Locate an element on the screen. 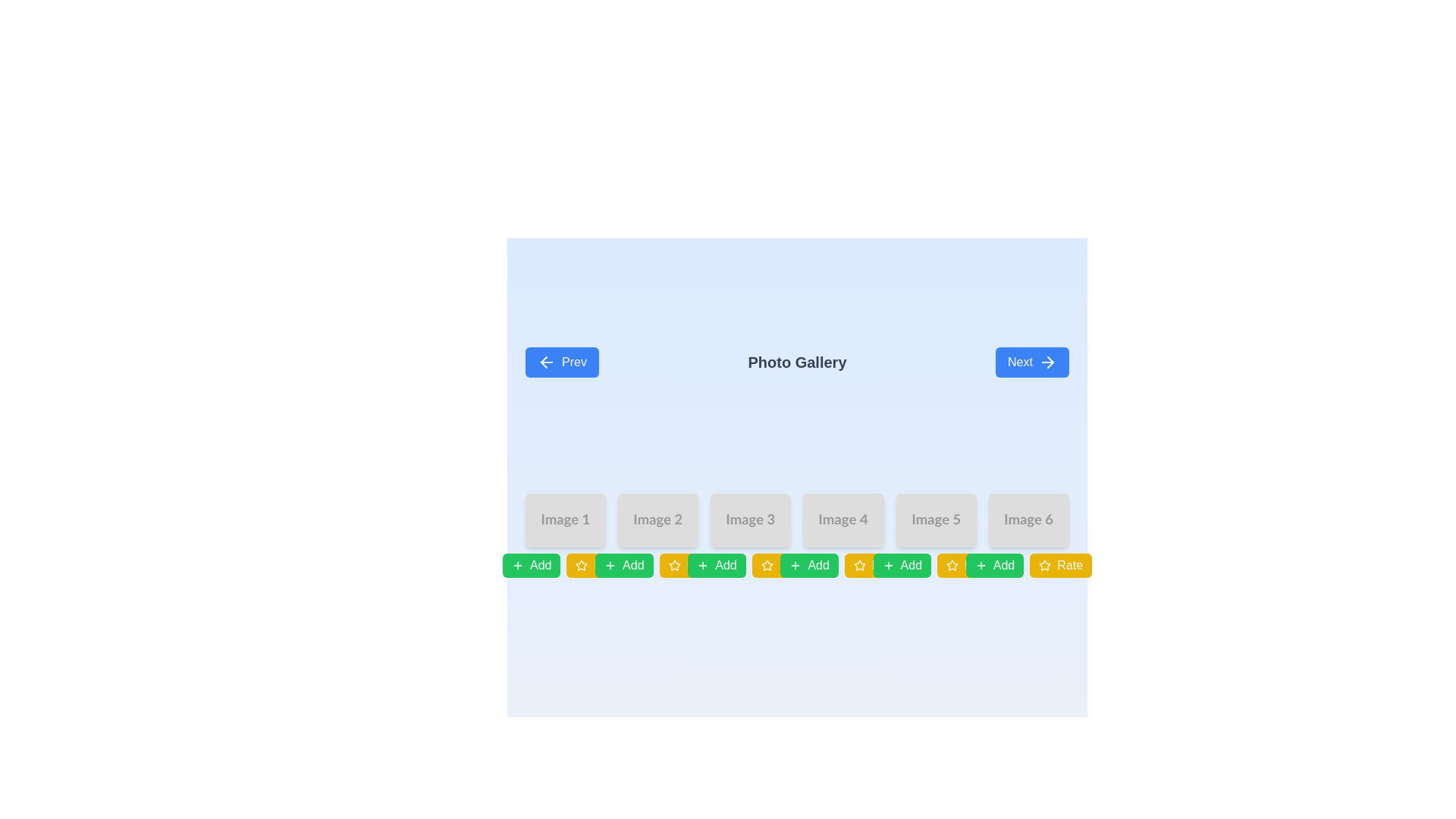 The width and height of the screenshot is (1456, 819). the image labeled 'Image 2' is located at coordinates (658, 519).